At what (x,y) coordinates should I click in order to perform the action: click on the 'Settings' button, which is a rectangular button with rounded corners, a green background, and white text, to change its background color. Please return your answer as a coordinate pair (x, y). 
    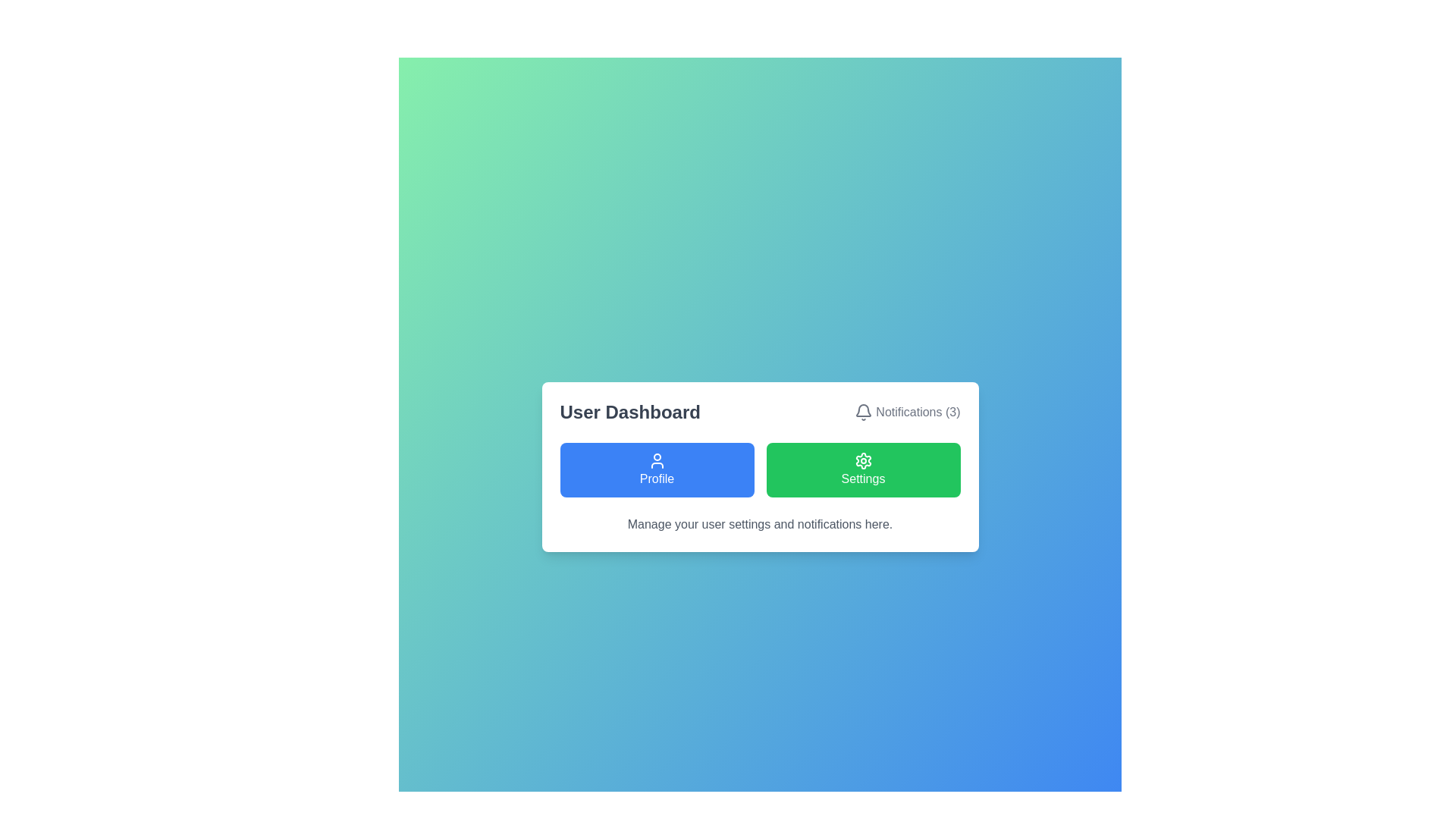
    Looking at the image, I should click on (863, 469).